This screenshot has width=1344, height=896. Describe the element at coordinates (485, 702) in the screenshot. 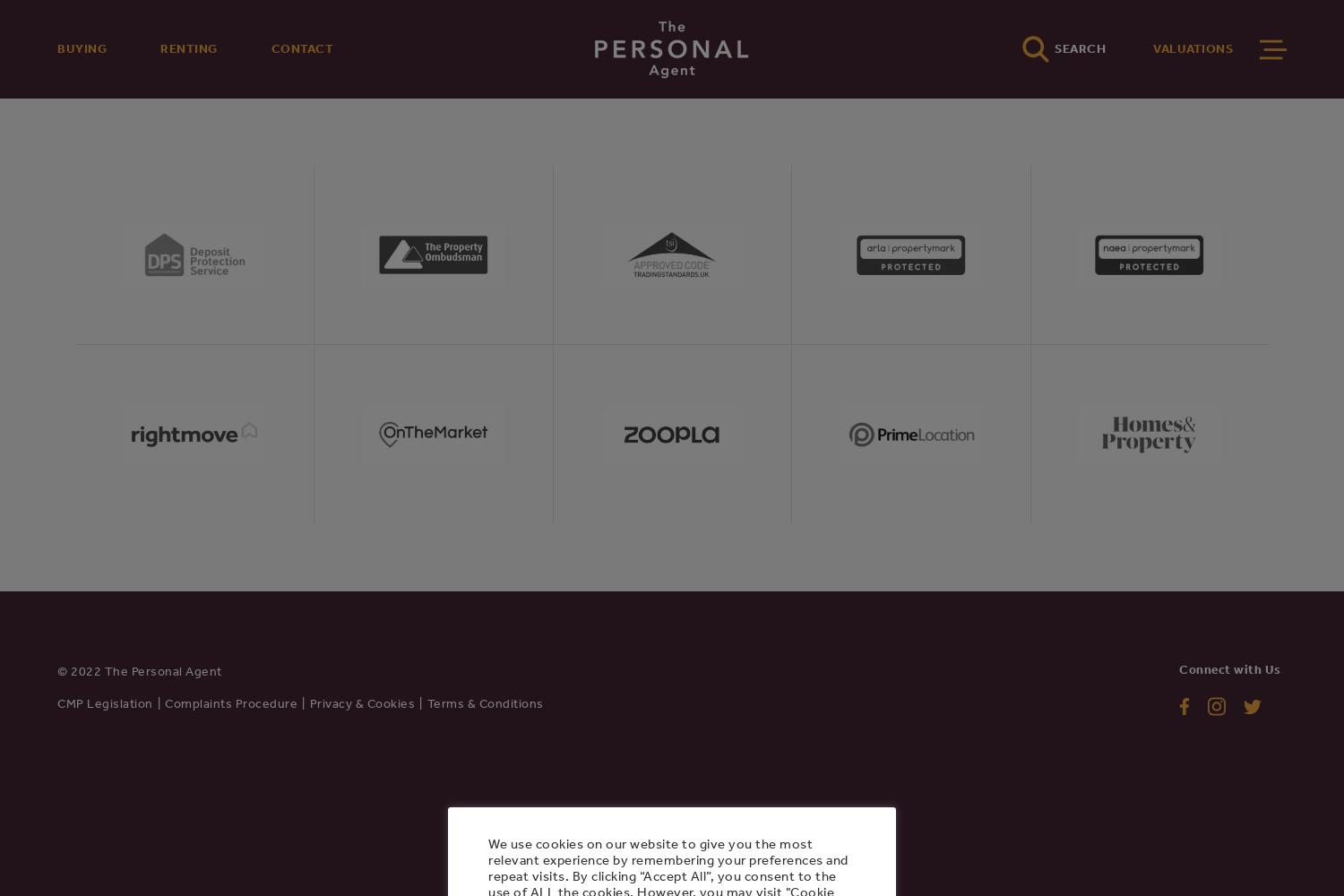

I see `'Terms & Conditions'` at that location.